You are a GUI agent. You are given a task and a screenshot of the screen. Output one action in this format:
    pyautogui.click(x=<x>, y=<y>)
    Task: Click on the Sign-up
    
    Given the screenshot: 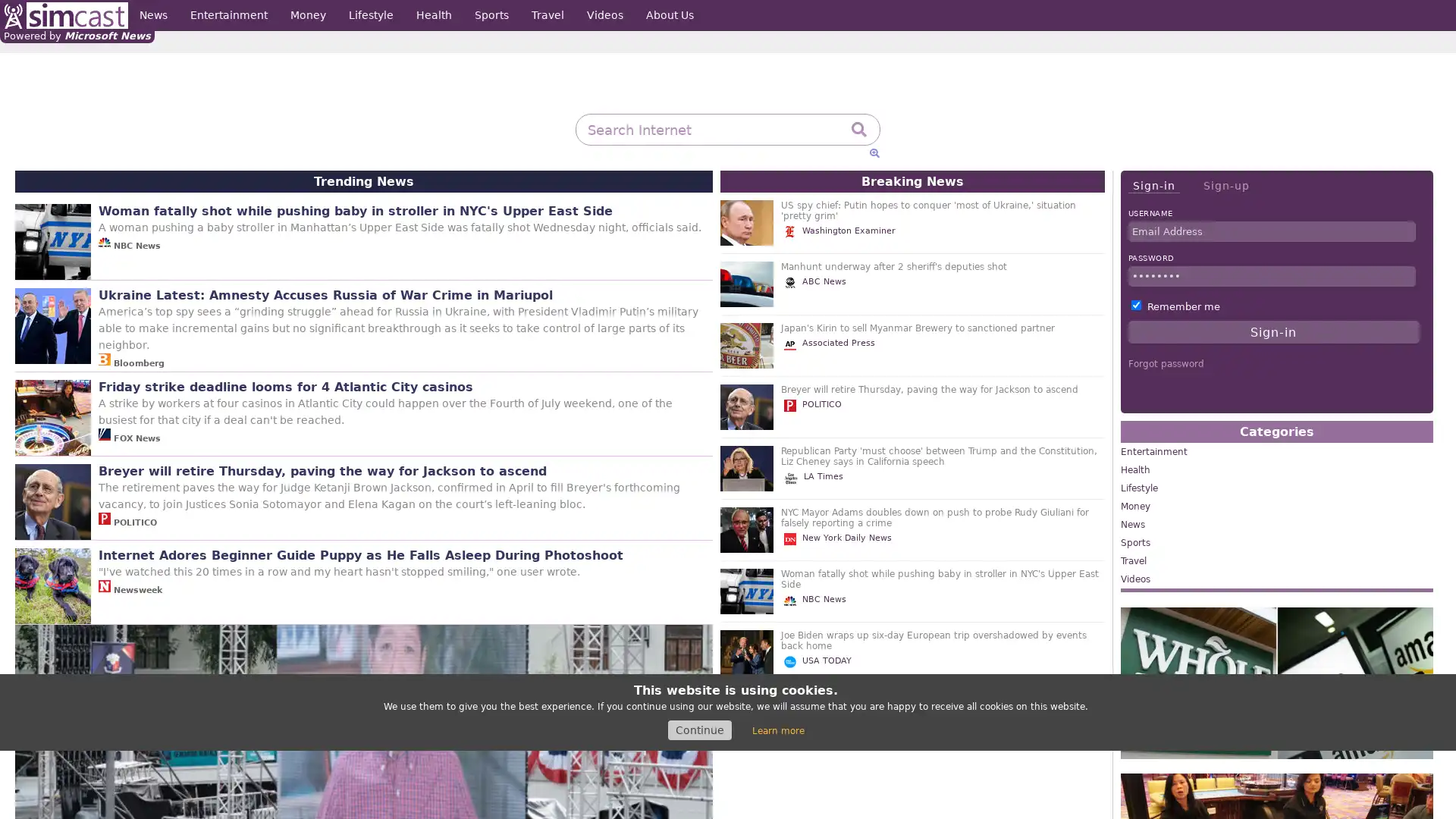 What is the action you would take?
    pyautogui.click(x=1225, y=185)
    